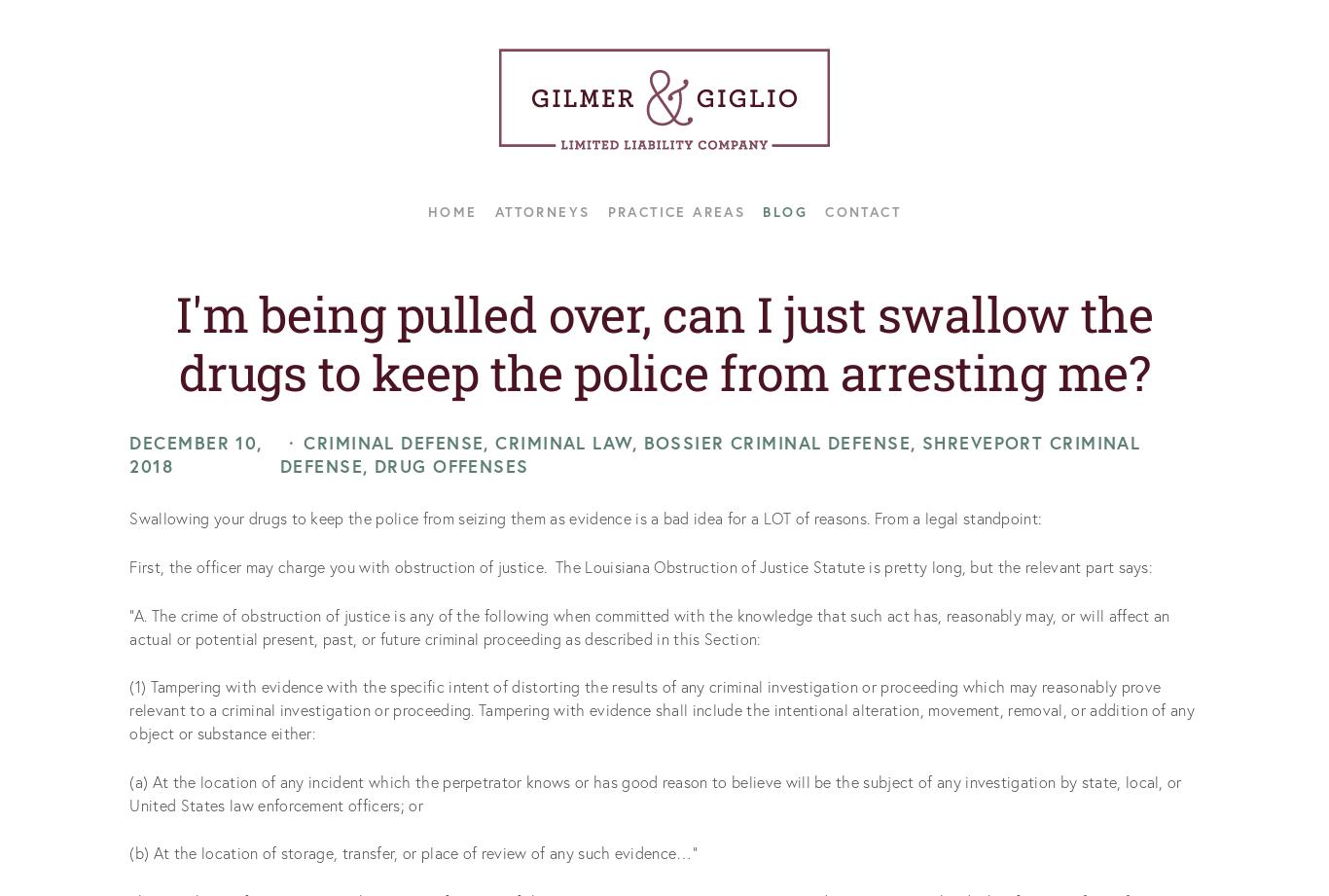 This screenshot has height=896, width=1329. I want to click on '(1) Tampering with evidence with the specific intent of distorting the results of any criminal investigation or proceeding which may reasonably prove relevant to a criminal investigation or proceeding. Tampering with evidence shall include the intentional alteration, movement, removal, or addition of any object or substance either:', so click(663, 709).